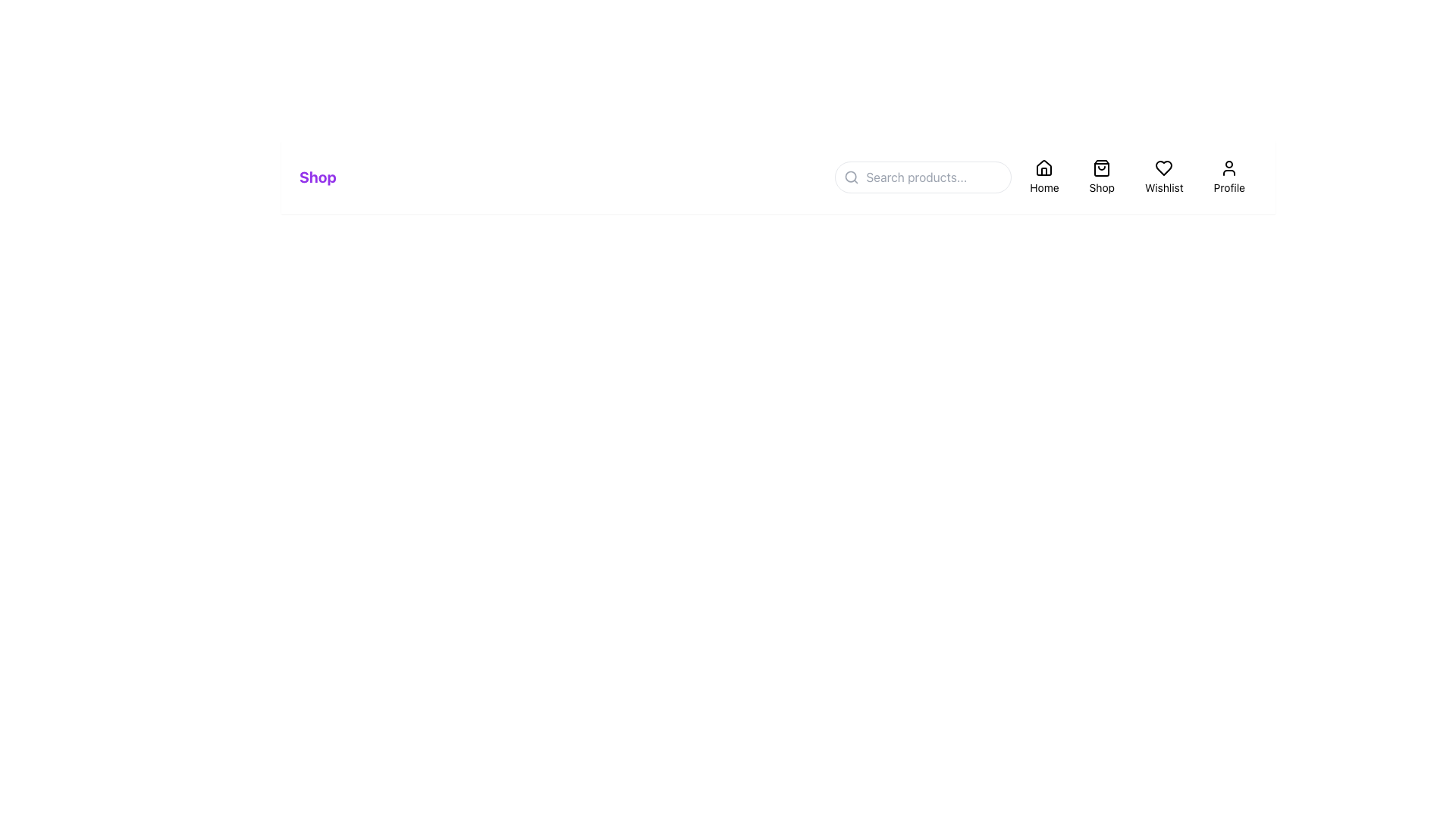 The height and width of the screenshot is (819, 1456). I want to click on the user icon, which is a minimalistic black circular head with a semi-circular body outline, located in the top right of the interface within the 'Profile' section of the navigation bar, so click(1229, 168).